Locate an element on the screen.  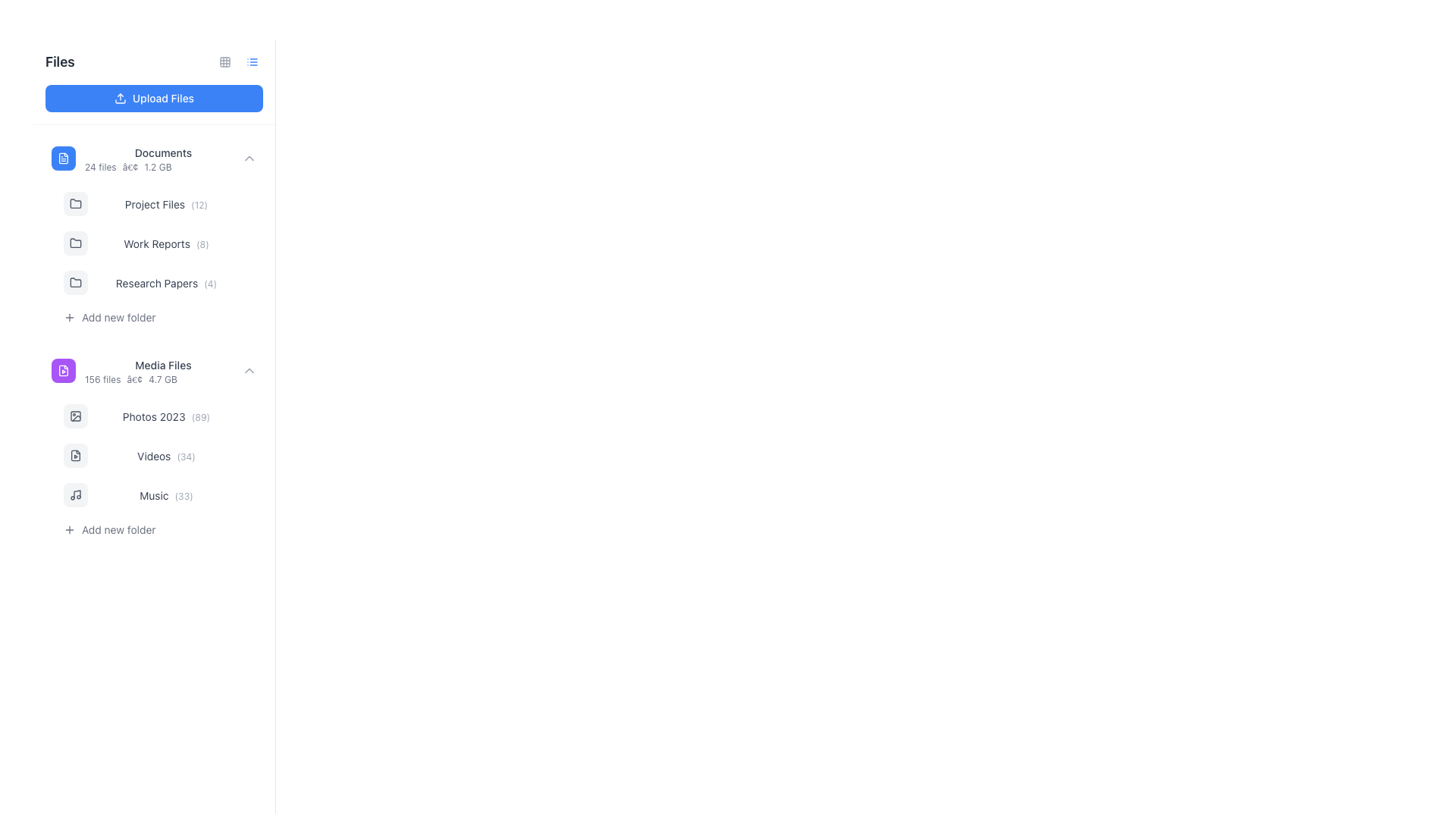
the folder icon representing videos, which is located within the 'Videos' item under the 'Media Files' category in the sidebar is located at coordinates (75, 455).